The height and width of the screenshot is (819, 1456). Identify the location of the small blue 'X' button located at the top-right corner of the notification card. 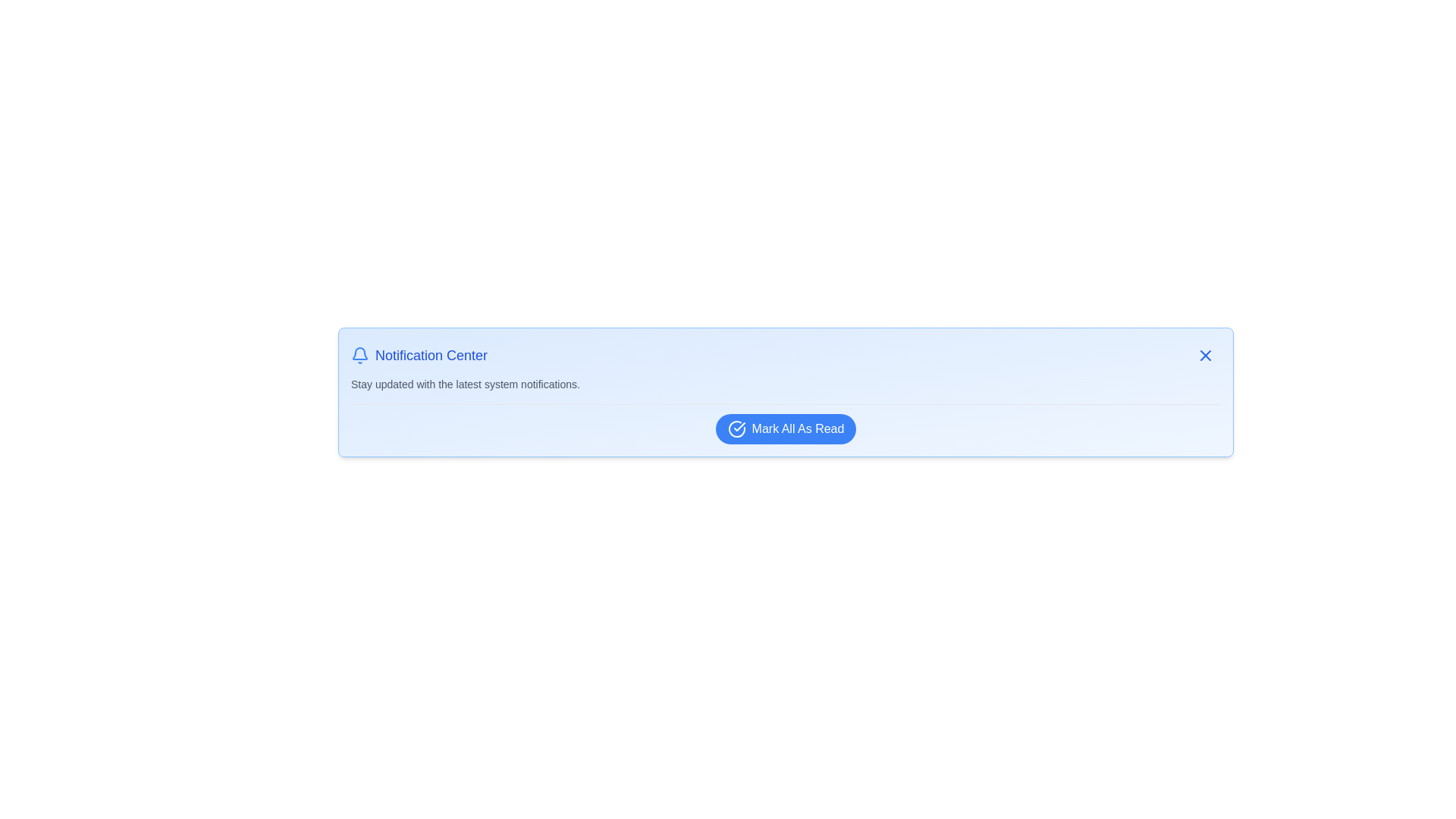
(1204, 356).